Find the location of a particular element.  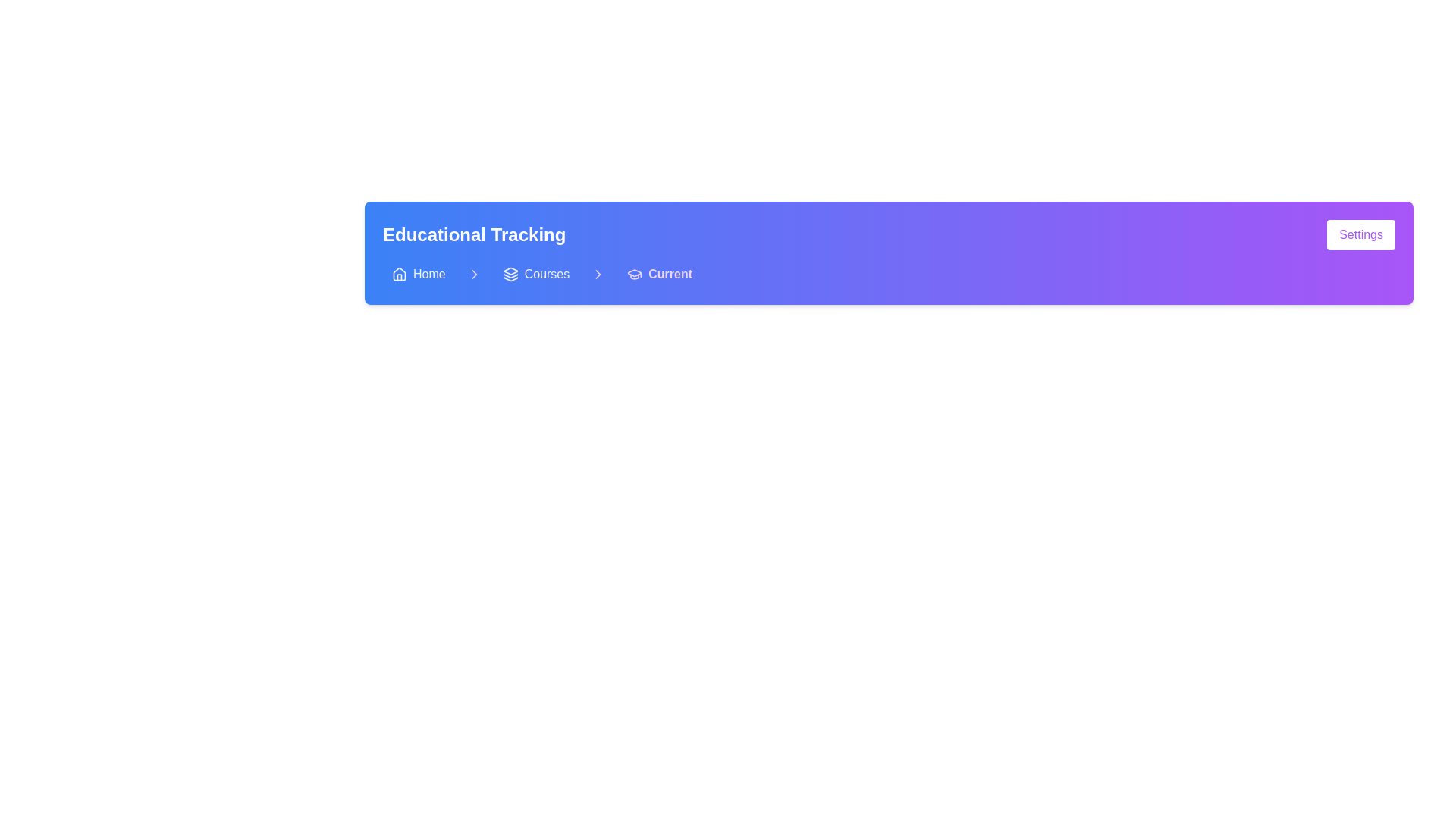

the compact icon depicting stacked layers located to the left of the 'Courses' text in the breadcrumb trail of the navigation bar is located at coordinates (510, 275).